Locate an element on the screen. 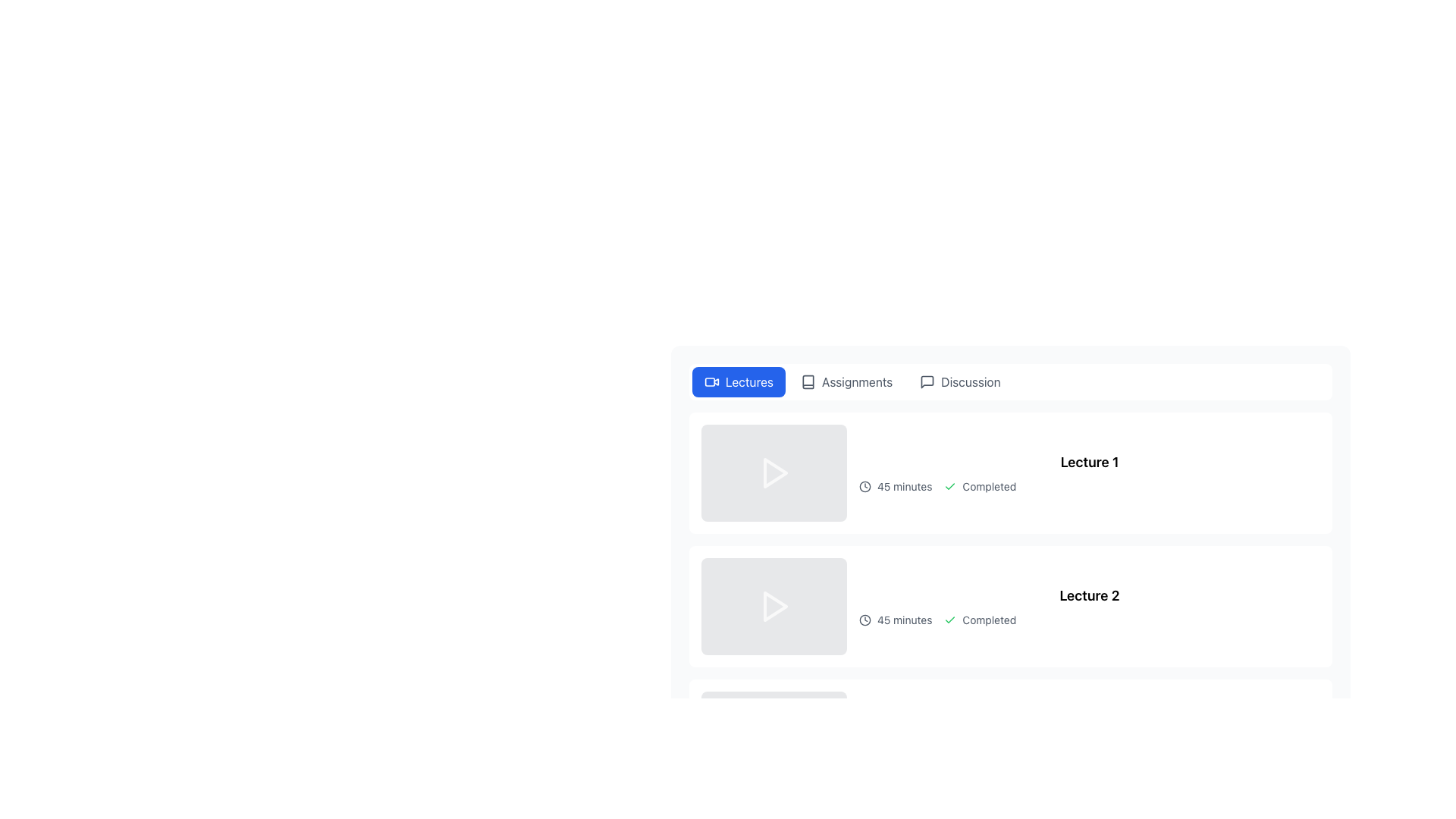 Image resolution: width=1456 pixels, height=819 pixels. the second lecture item in the list, which represents a lecture that can be interacted with is located at coordinates (1011, 605).